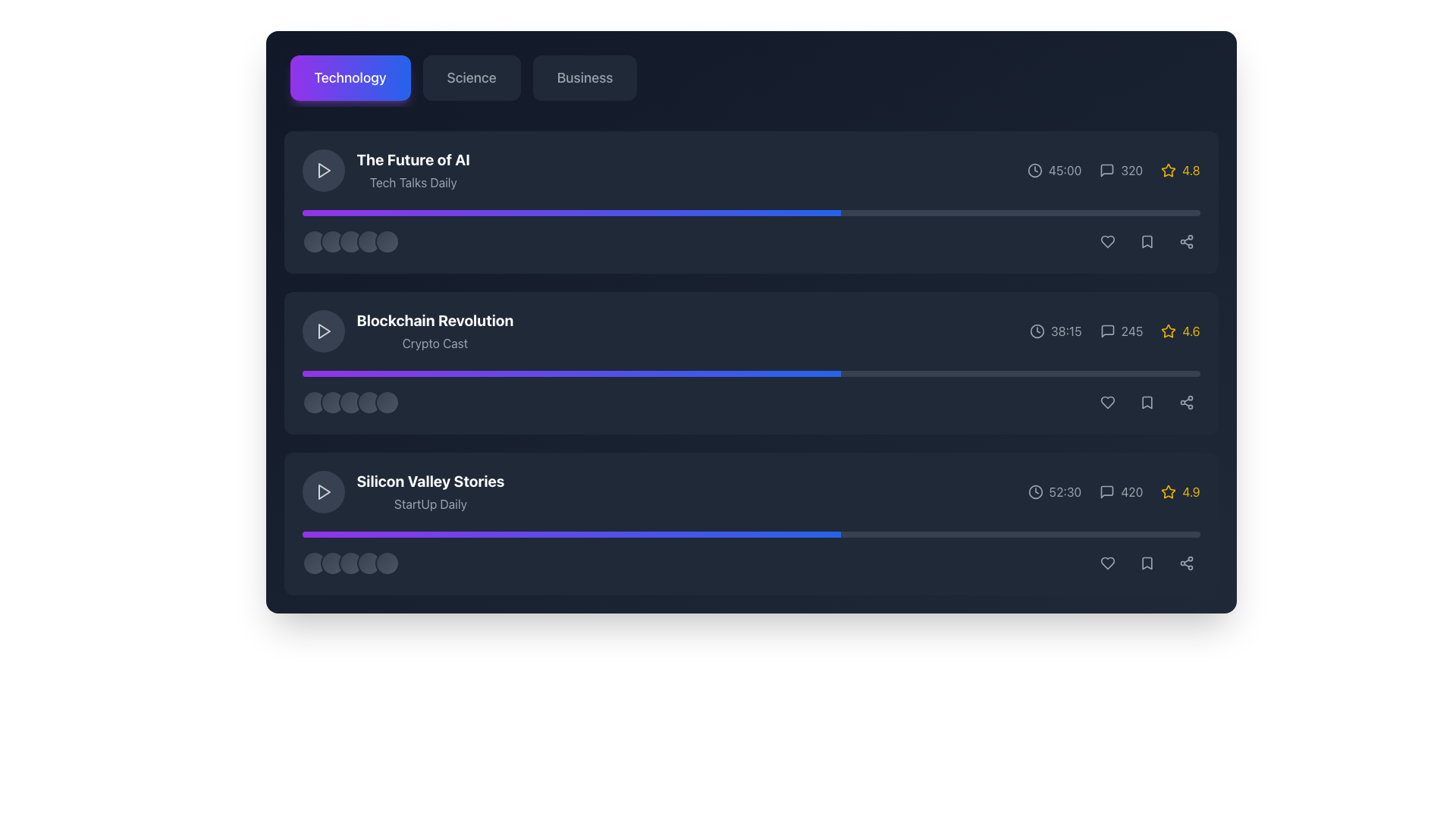 Image resolution: width=1456 pixels, height=819 pixels. What do you see at coordinates (1131, 170) in the screenshot?
I see `value displayed in the text label showing the number '320', which is located on the right side of the comment bubble icon in the first horizontal list item of the podcast entry list` at bounding box center [1131, 170].